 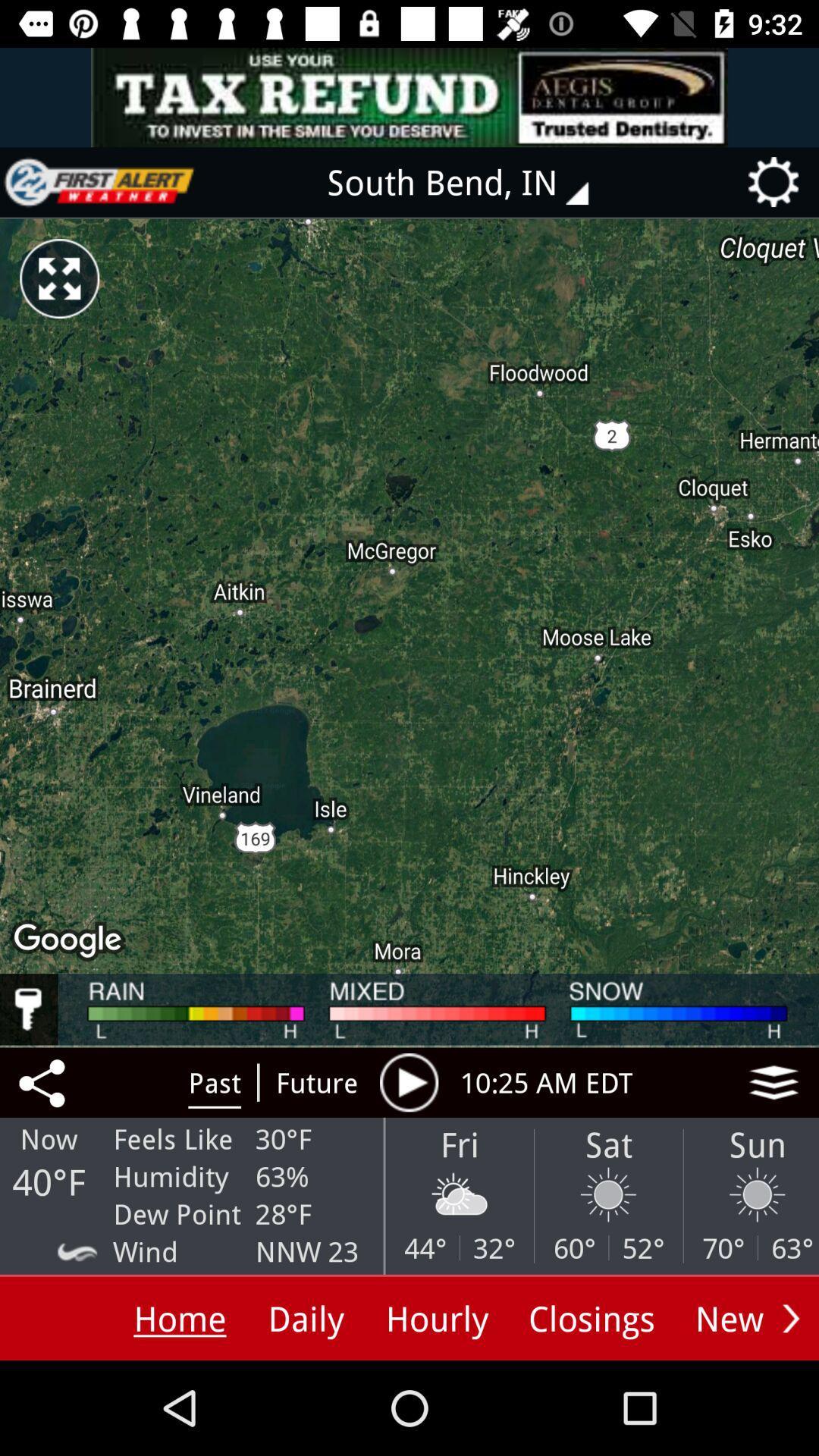 What do you see at coordinates (99, 182) in the screenshot?
I see `wsbtweather` at bounding box center [99, 182].